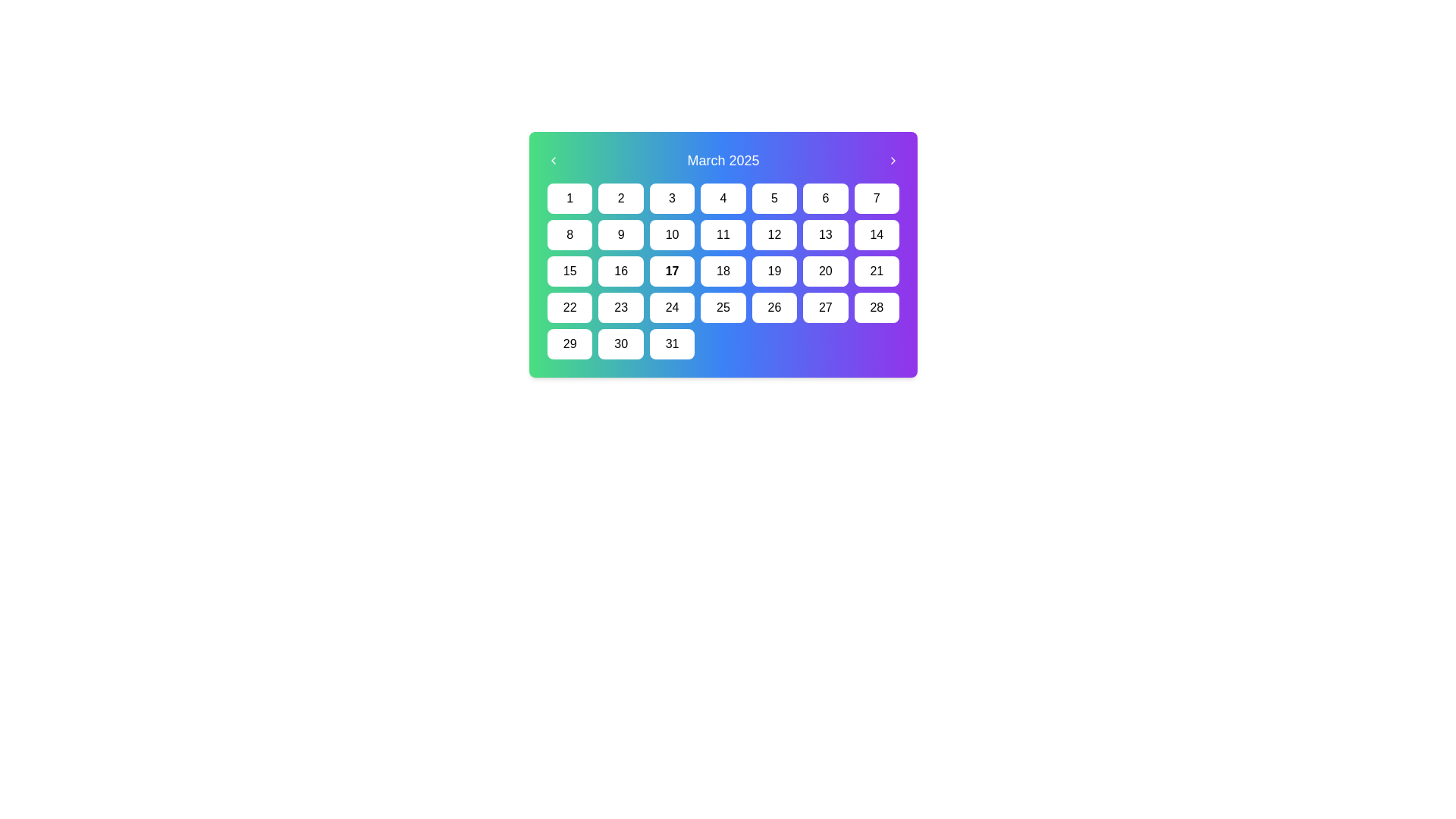 This screenshot has height=819, width=1456. Describe the element at coordinates (552, 161) in the screenshot. I see `the small left-pointing chevron icon button on the green background` at that location.